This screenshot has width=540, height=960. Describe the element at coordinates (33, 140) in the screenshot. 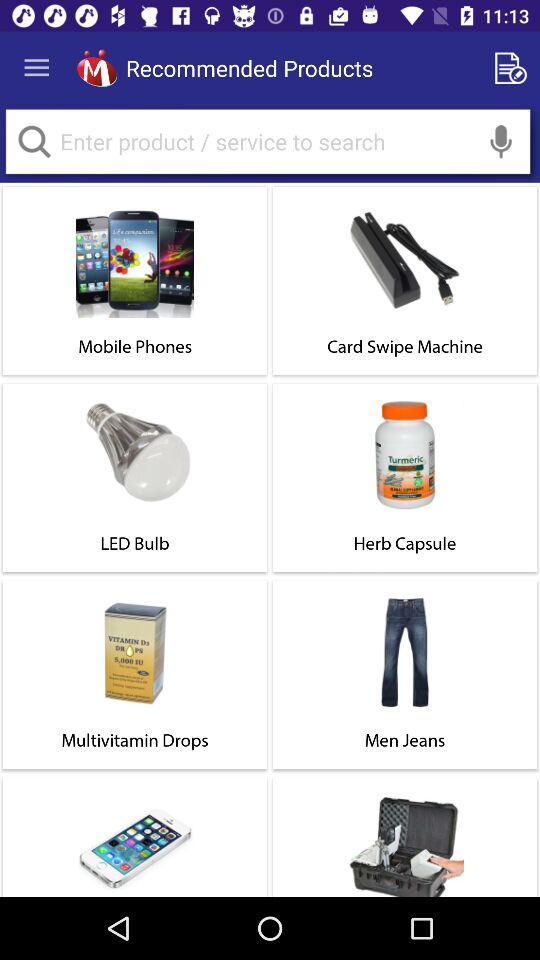

I see `quick search` at that location.